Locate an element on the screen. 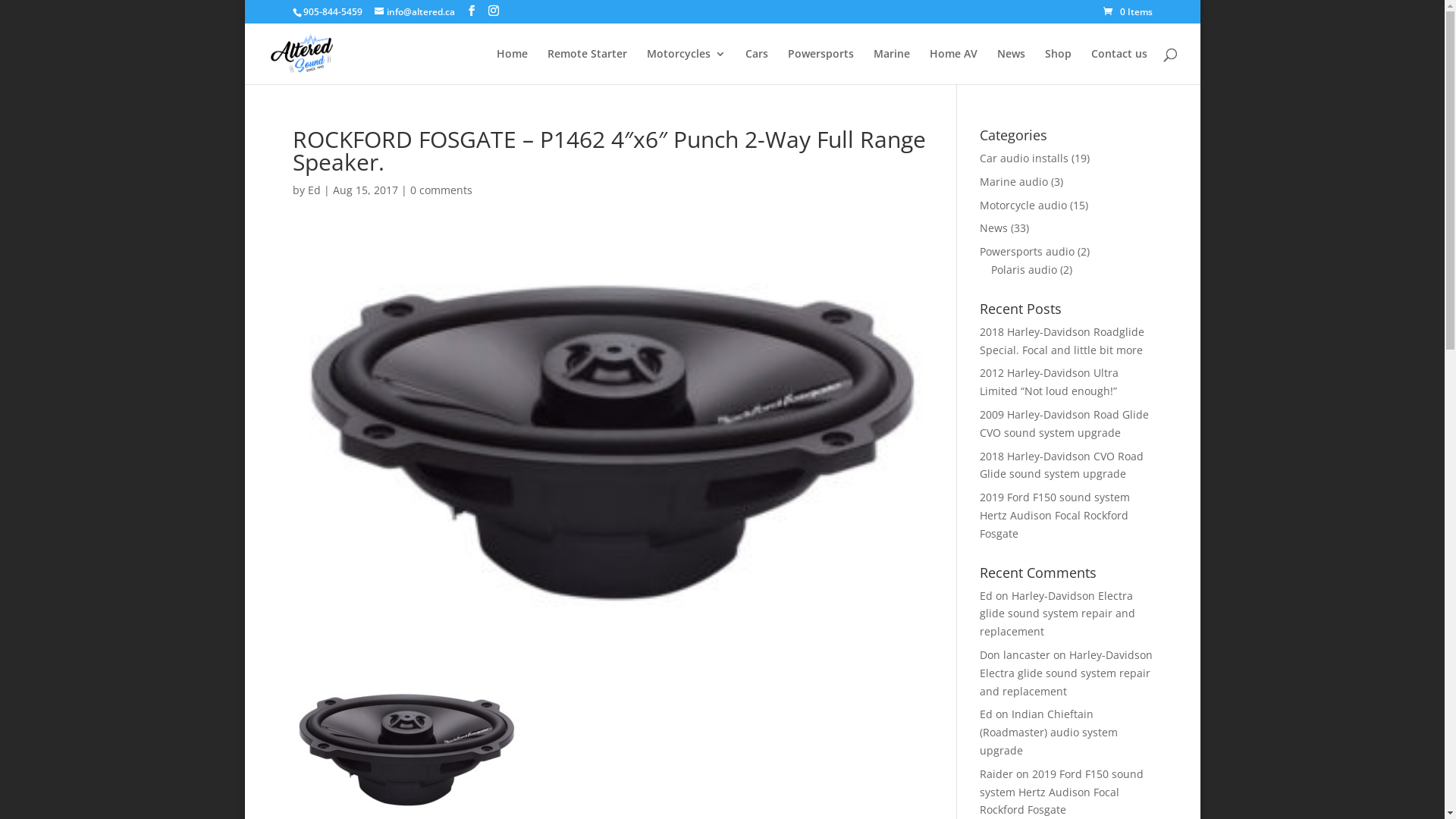  'Home AV' is located at coordinates (952, 65).